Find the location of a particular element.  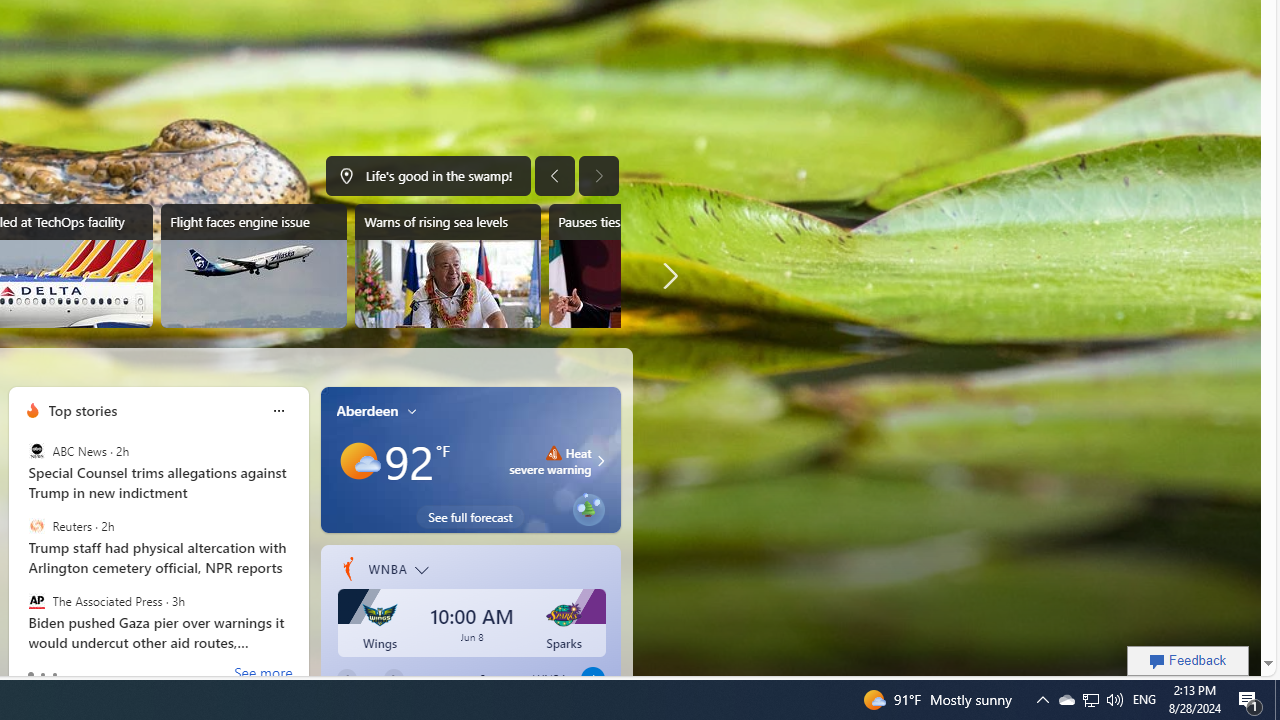

'tab-0' is located at coordinates (30, 675).